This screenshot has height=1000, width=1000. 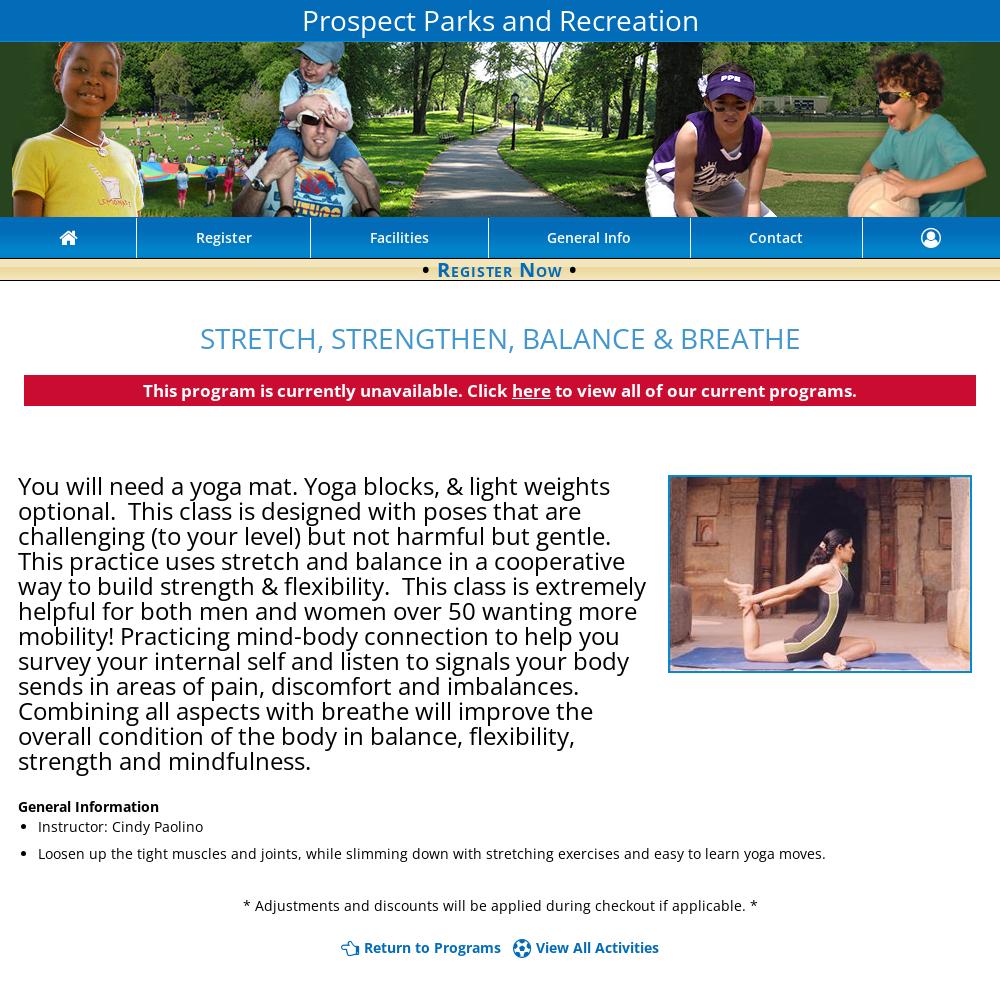 I want to click on 'General Information', so click(x=87, y=805).